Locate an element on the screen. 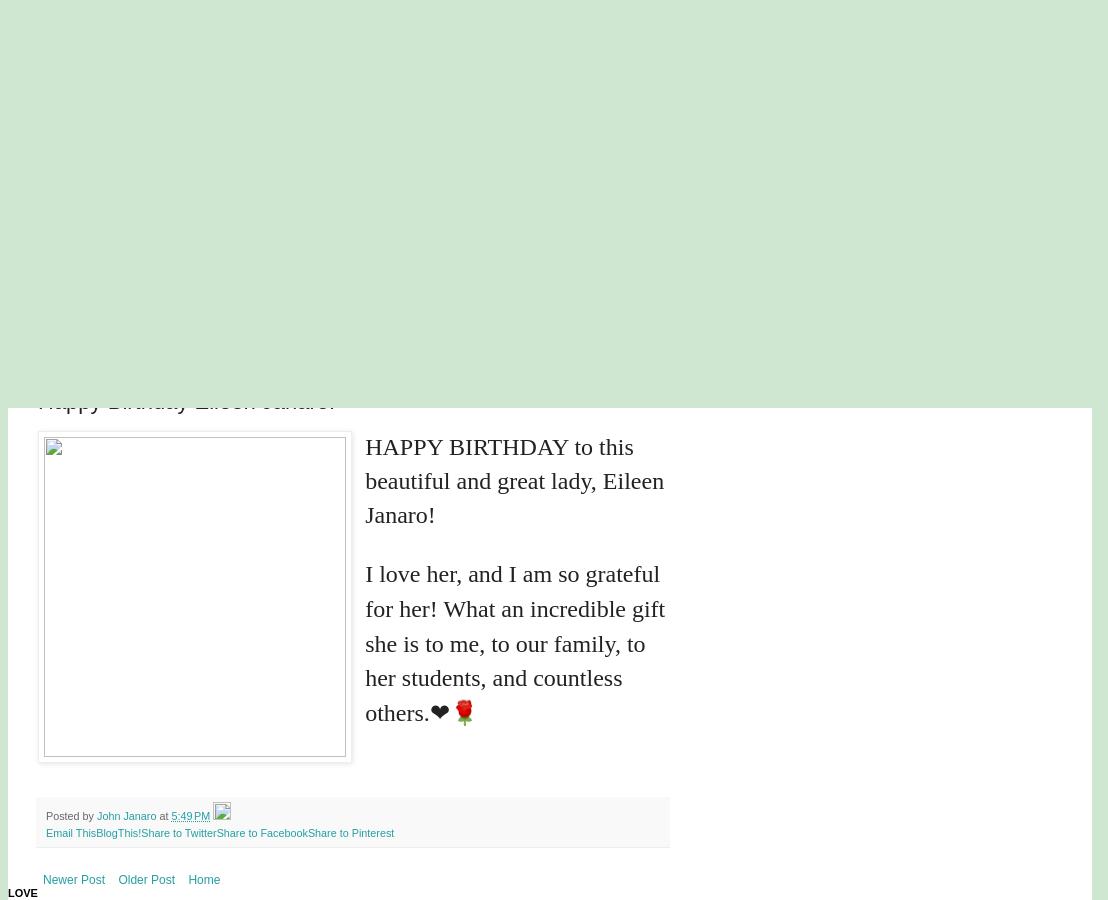 Image resolution: width=1108 pixels, height=900 pixels. 'Older Post' is located at coordinates (145, 880).